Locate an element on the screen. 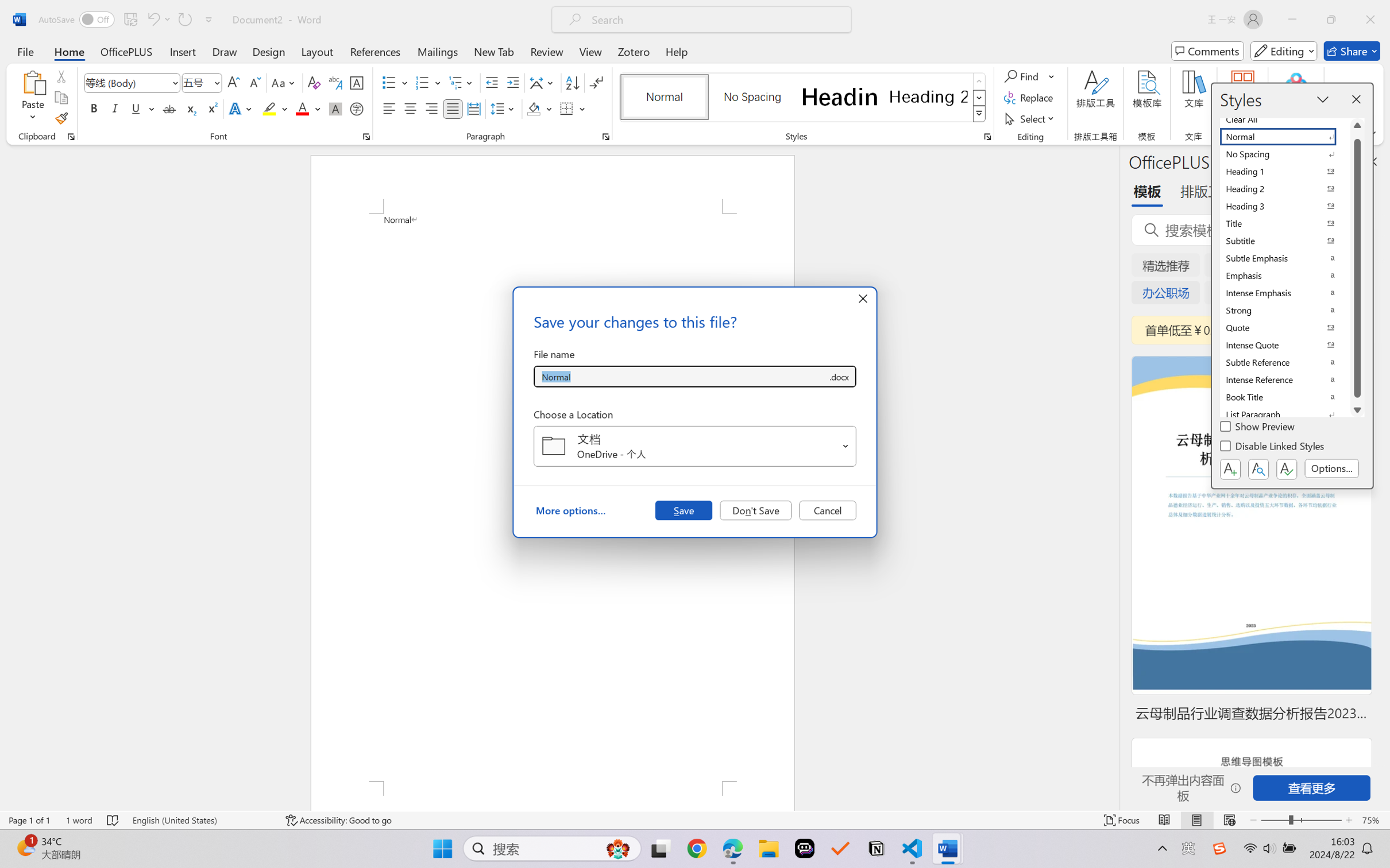 This screenshot has height=868, width=1390. 'Undo Apply Quick Style' is located at coordinates (152, 19).